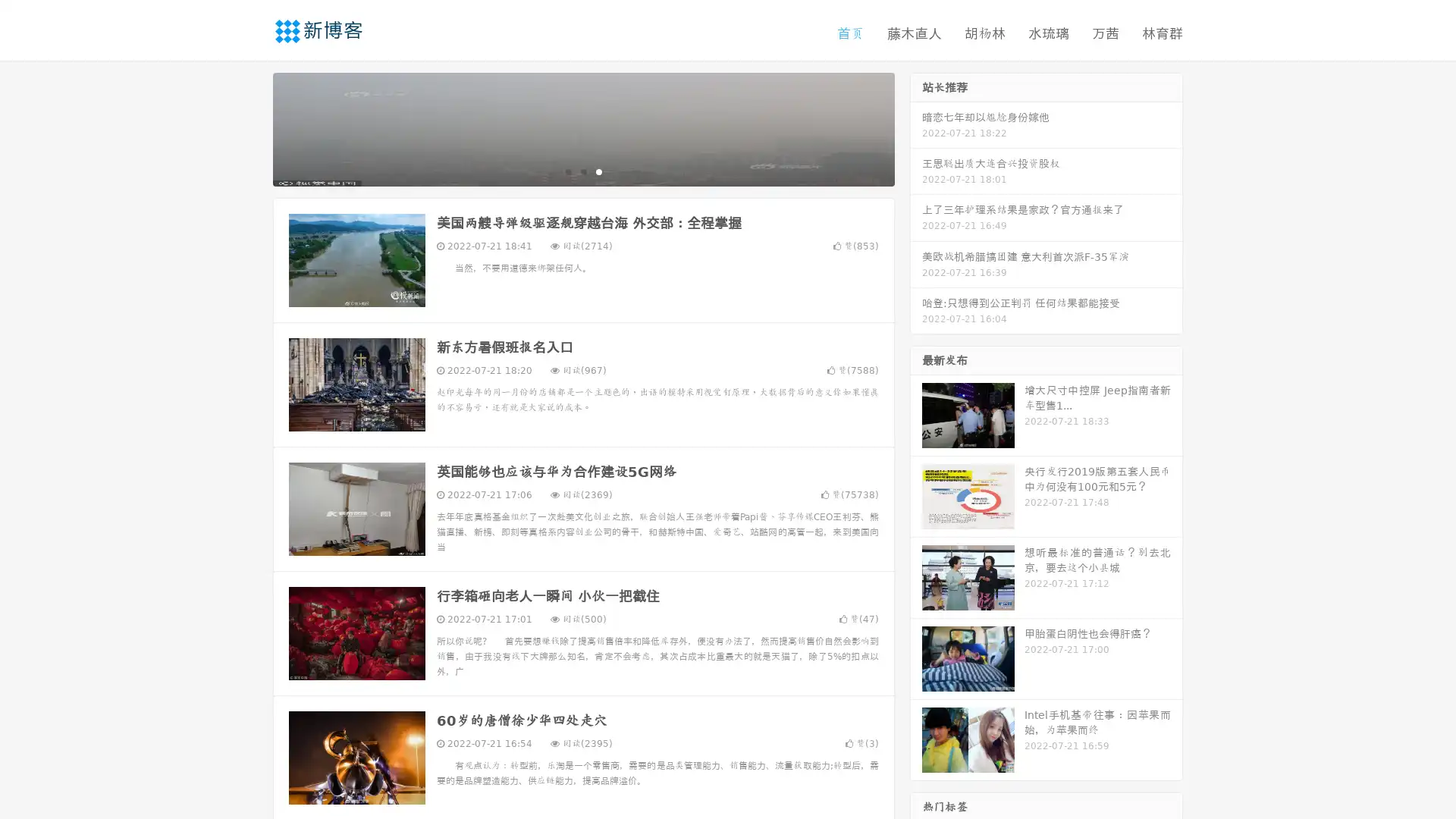 The width and height of the screenshot is (1456, 819). I want to click on Previous slide, so click(250, 127).